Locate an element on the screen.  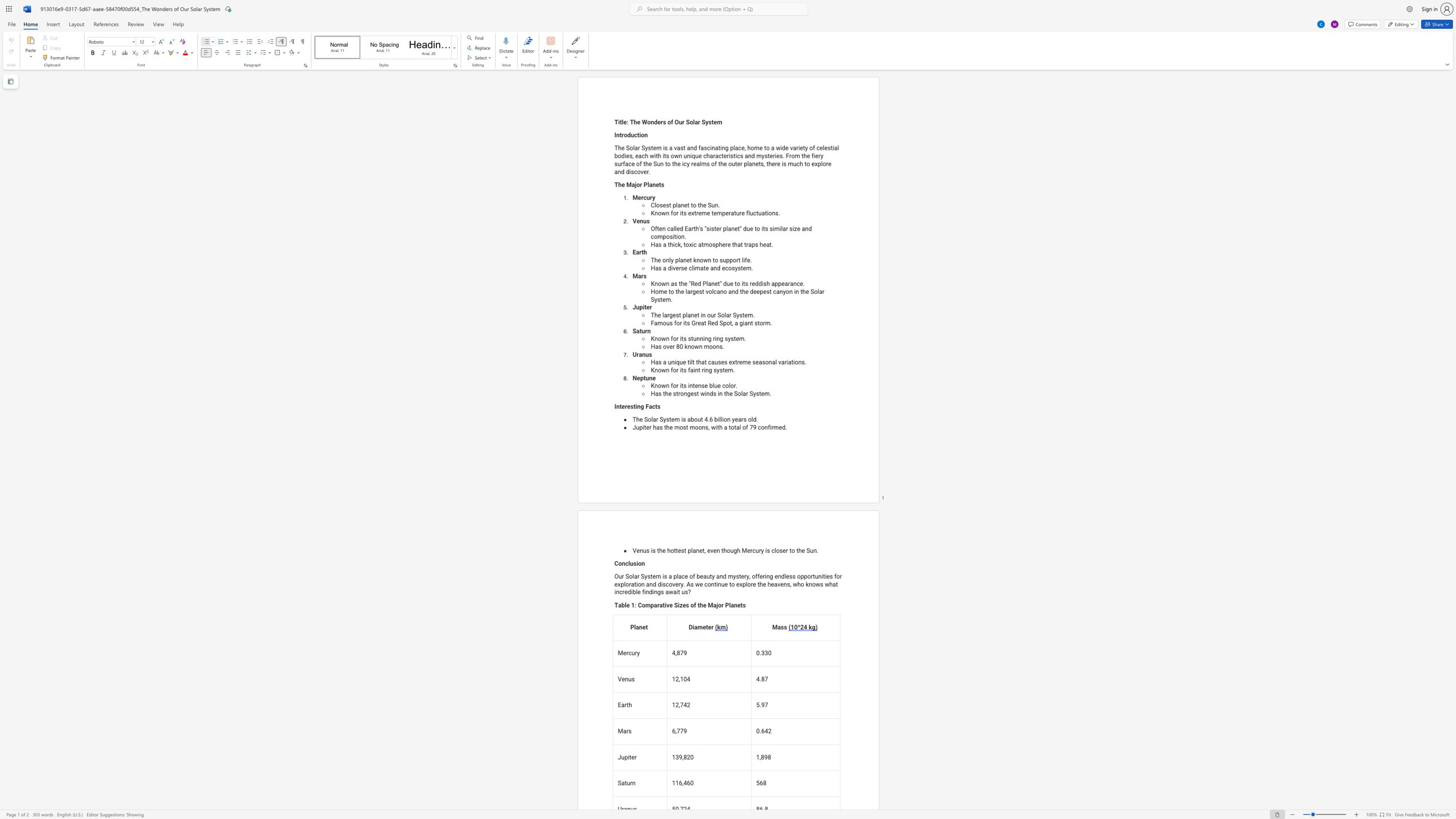
the 1th character "i" in the text is located at coordinates (681, 338).